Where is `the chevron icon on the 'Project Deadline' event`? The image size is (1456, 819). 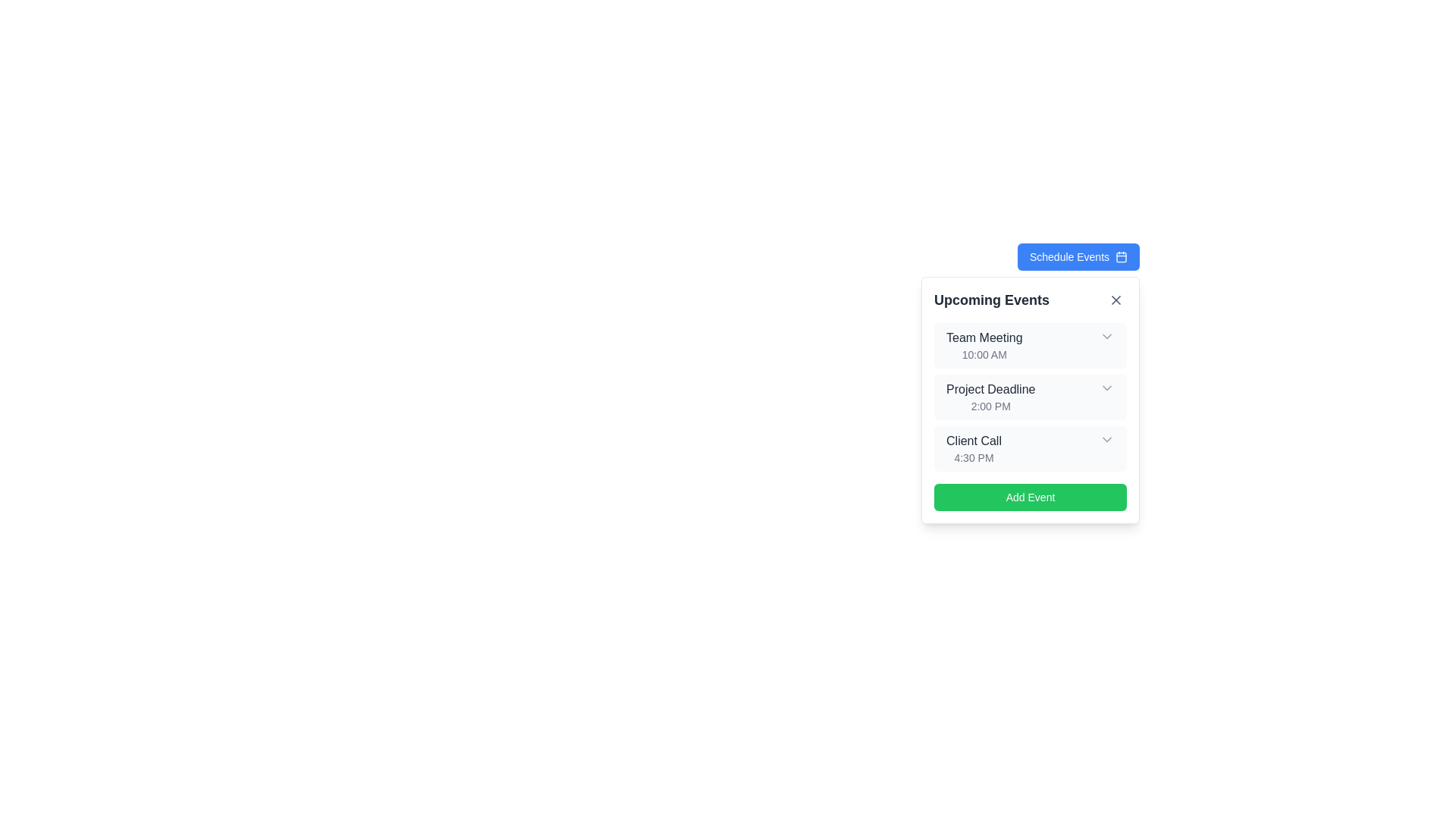 the chevron icon on the 'Project Deadline' event is located at coordinates (1030, 397).